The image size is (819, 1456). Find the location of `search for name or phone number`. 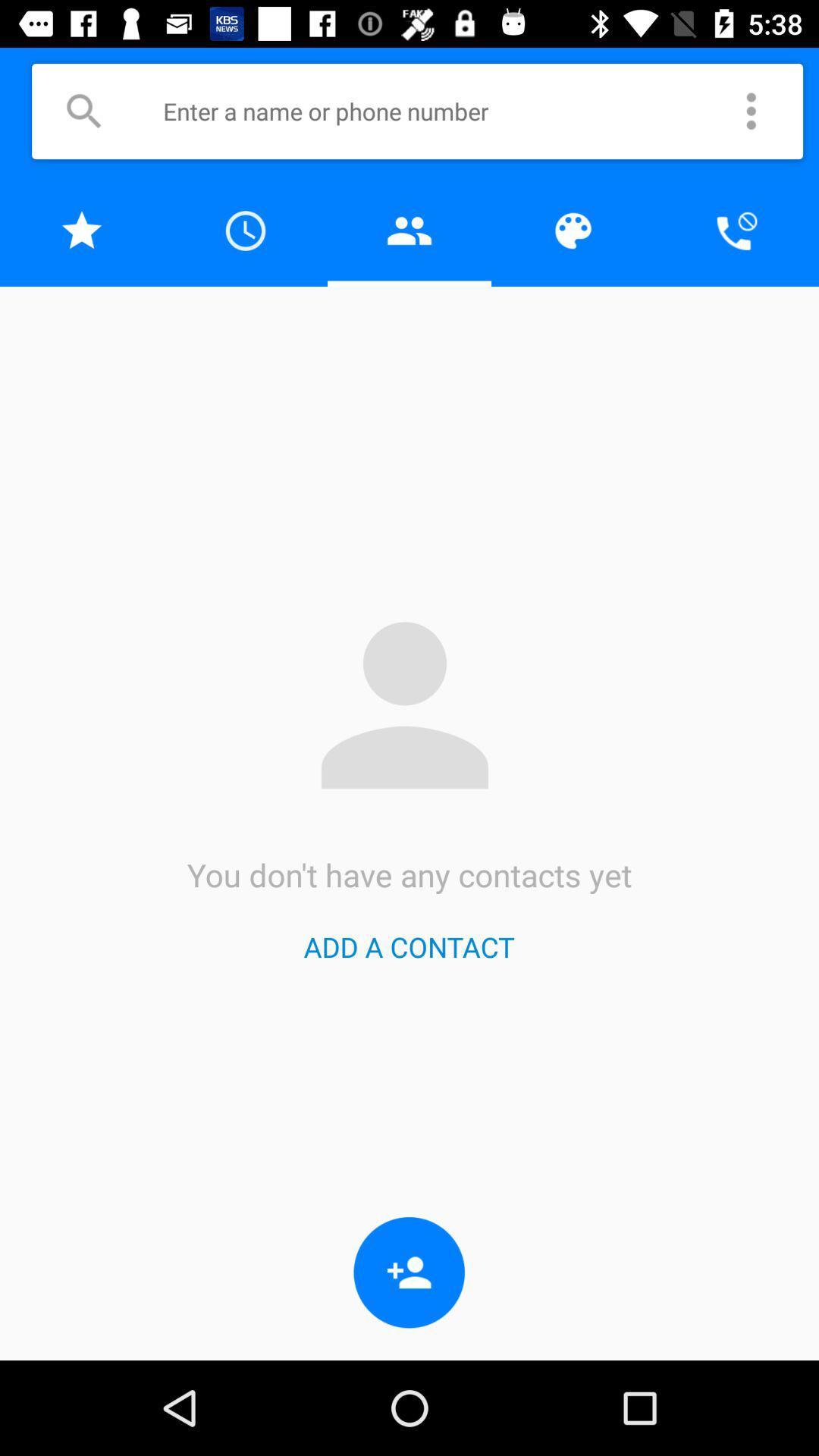

search for name or phone number is located at coordinates (83, 111).